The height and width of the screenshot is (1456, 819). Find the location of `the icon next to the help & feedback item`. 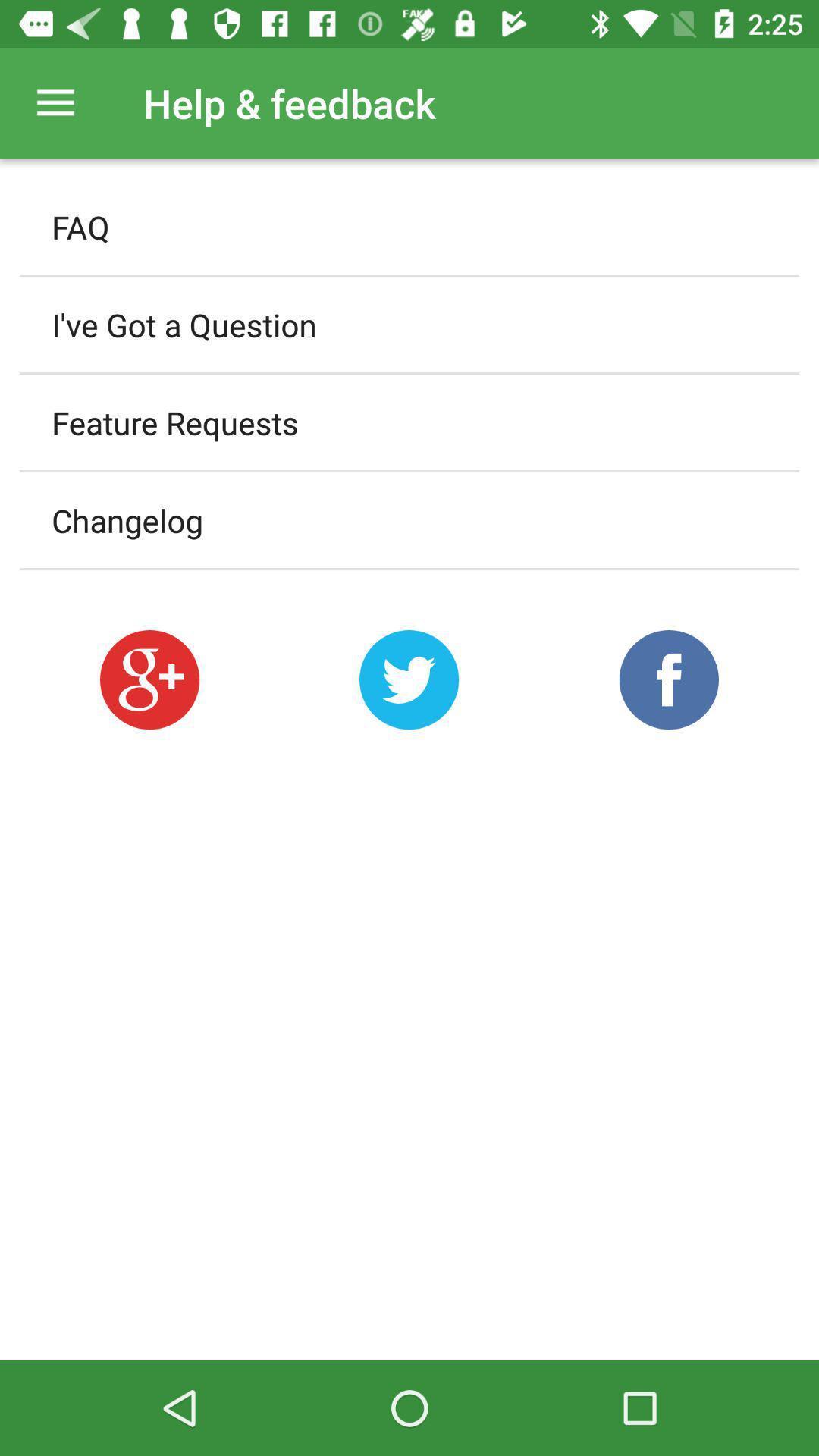

the icon next to the help & feedback item is located at coordinates (55, 102).